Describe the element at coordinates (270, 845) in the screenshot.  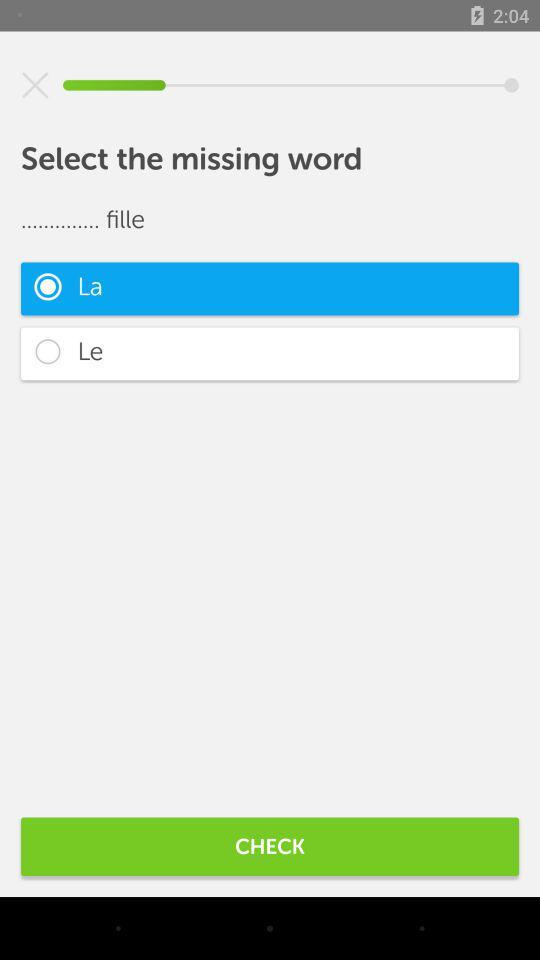
I see `the check item` at that location.